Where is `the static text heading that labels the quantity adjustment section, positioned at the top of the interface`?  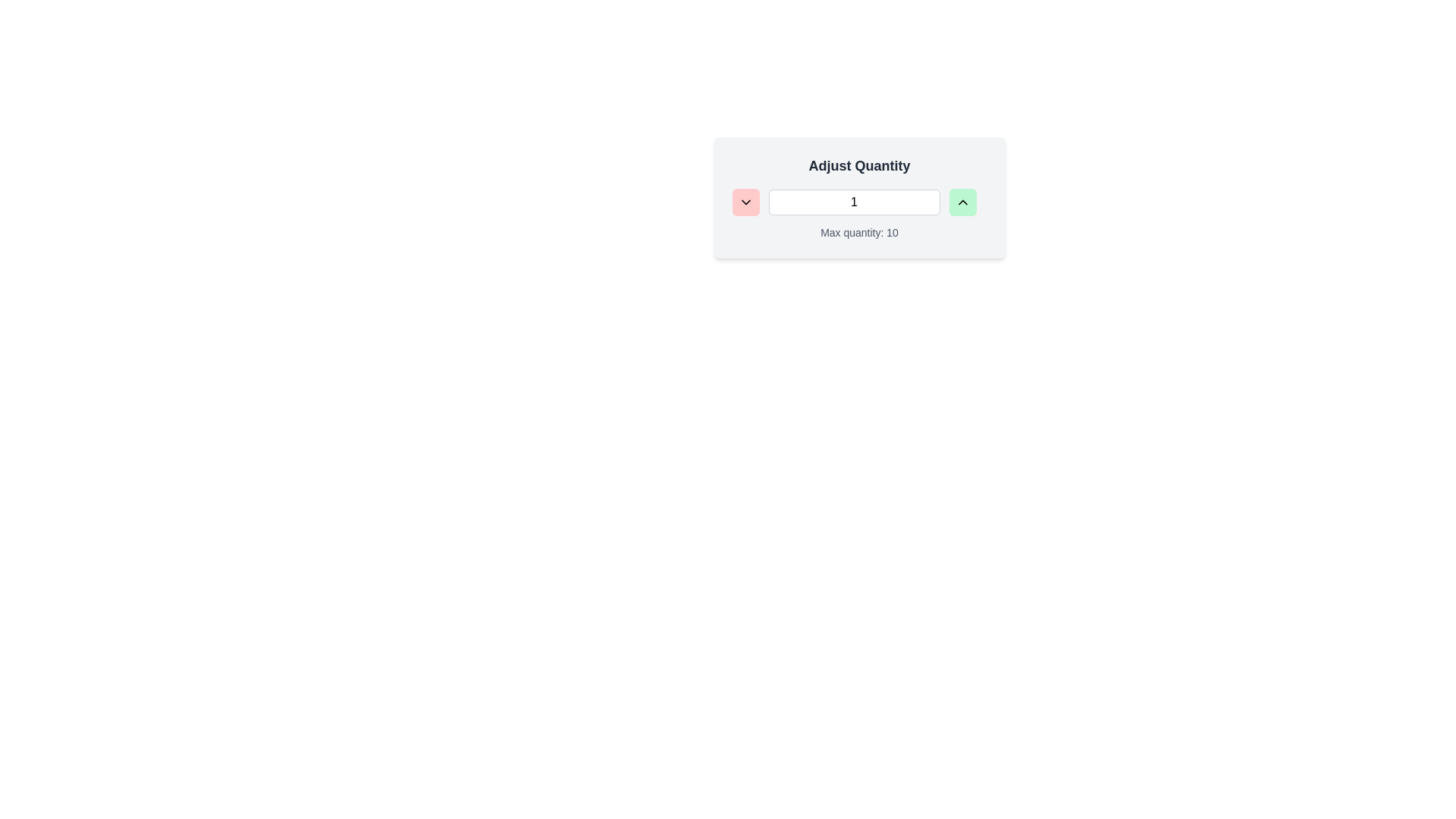 the static text heading that labels the quantity adjustment section, positioned at the top of the interface is located at coordinates (859, 166).